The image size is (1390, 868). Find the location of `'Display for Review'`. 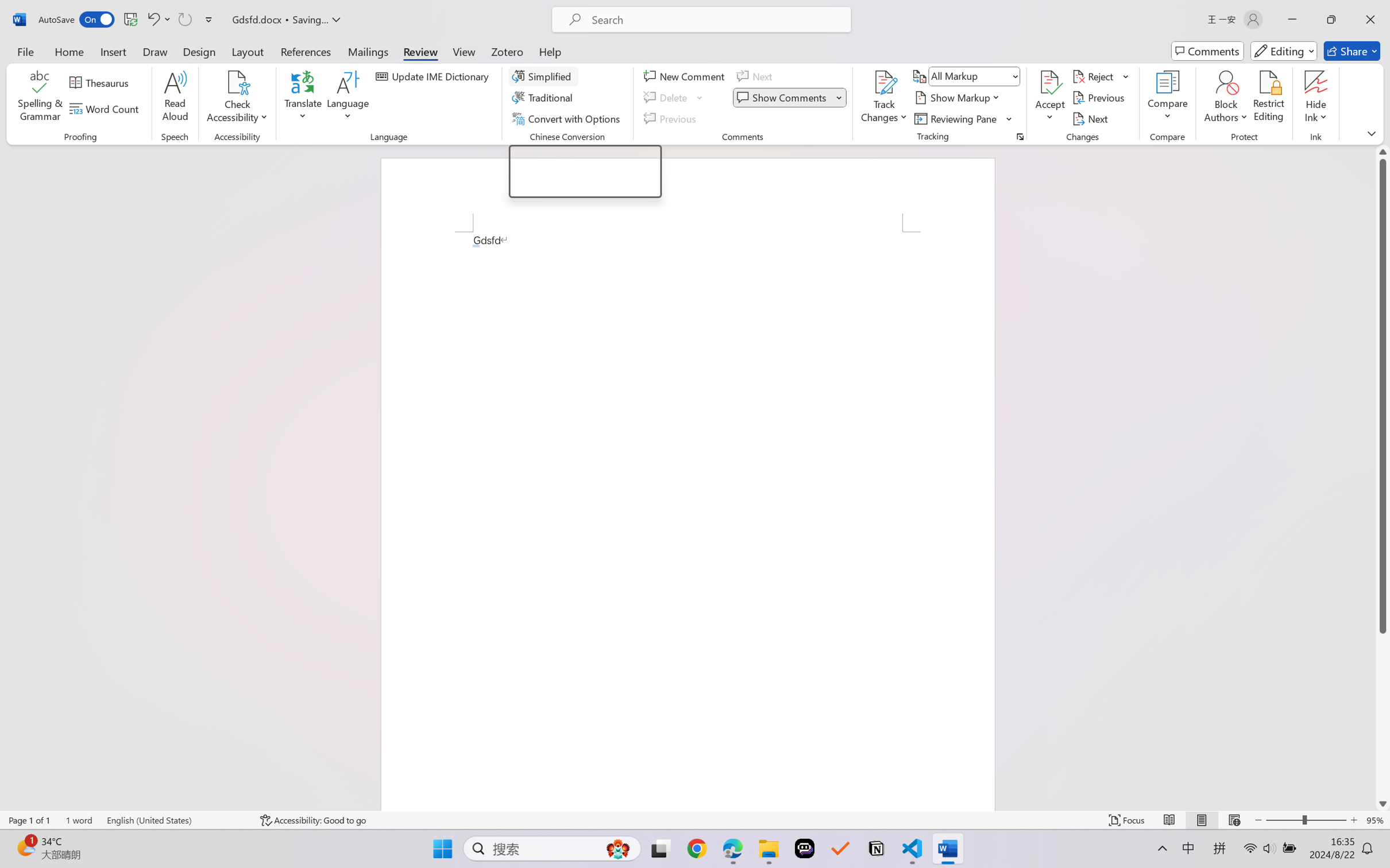

'Display for Review' is located at coordinates (974, 75).